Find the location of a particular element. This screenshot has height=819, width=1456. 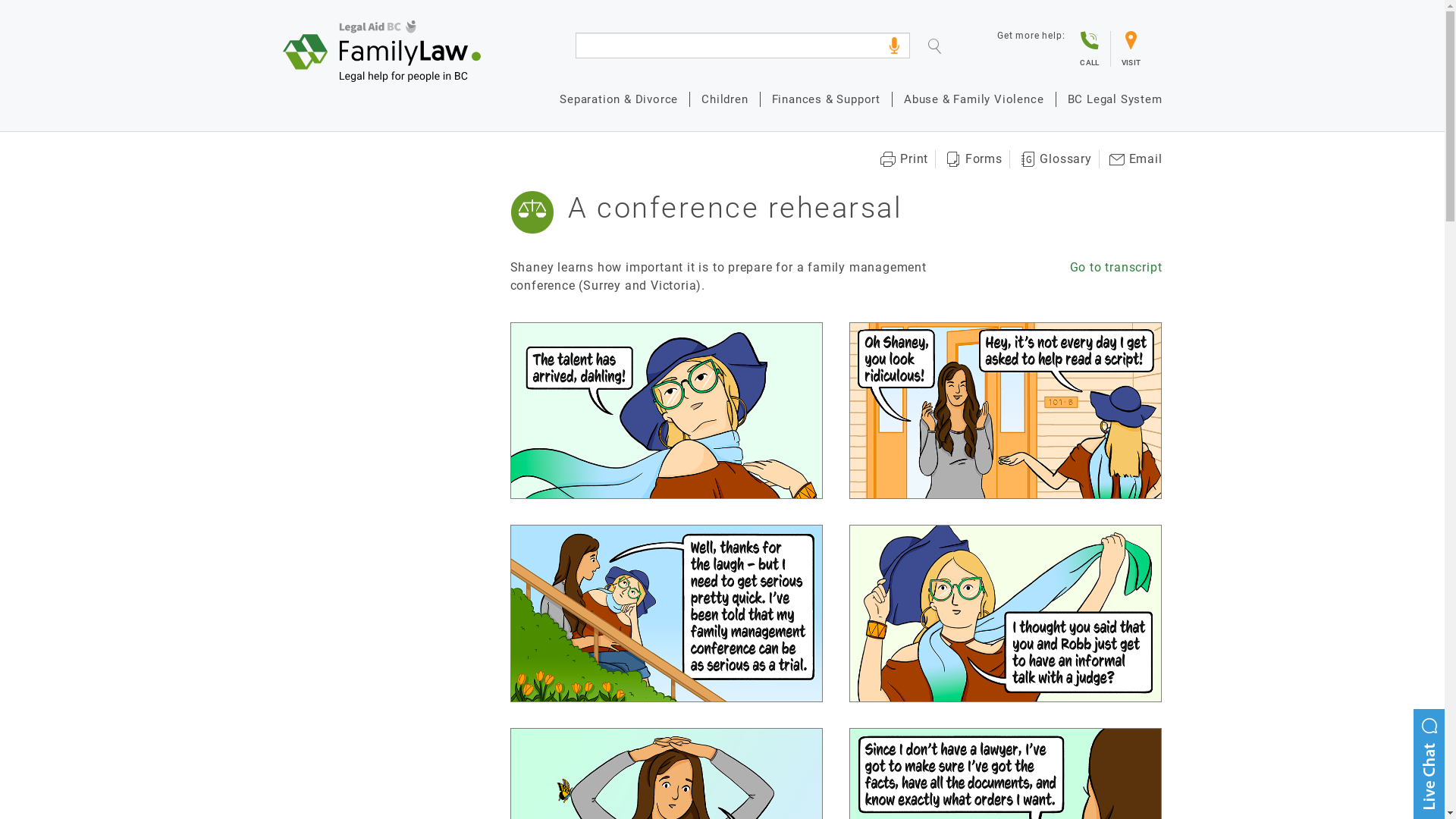

'Go to transcript' is located at coordinates (1116, 266).